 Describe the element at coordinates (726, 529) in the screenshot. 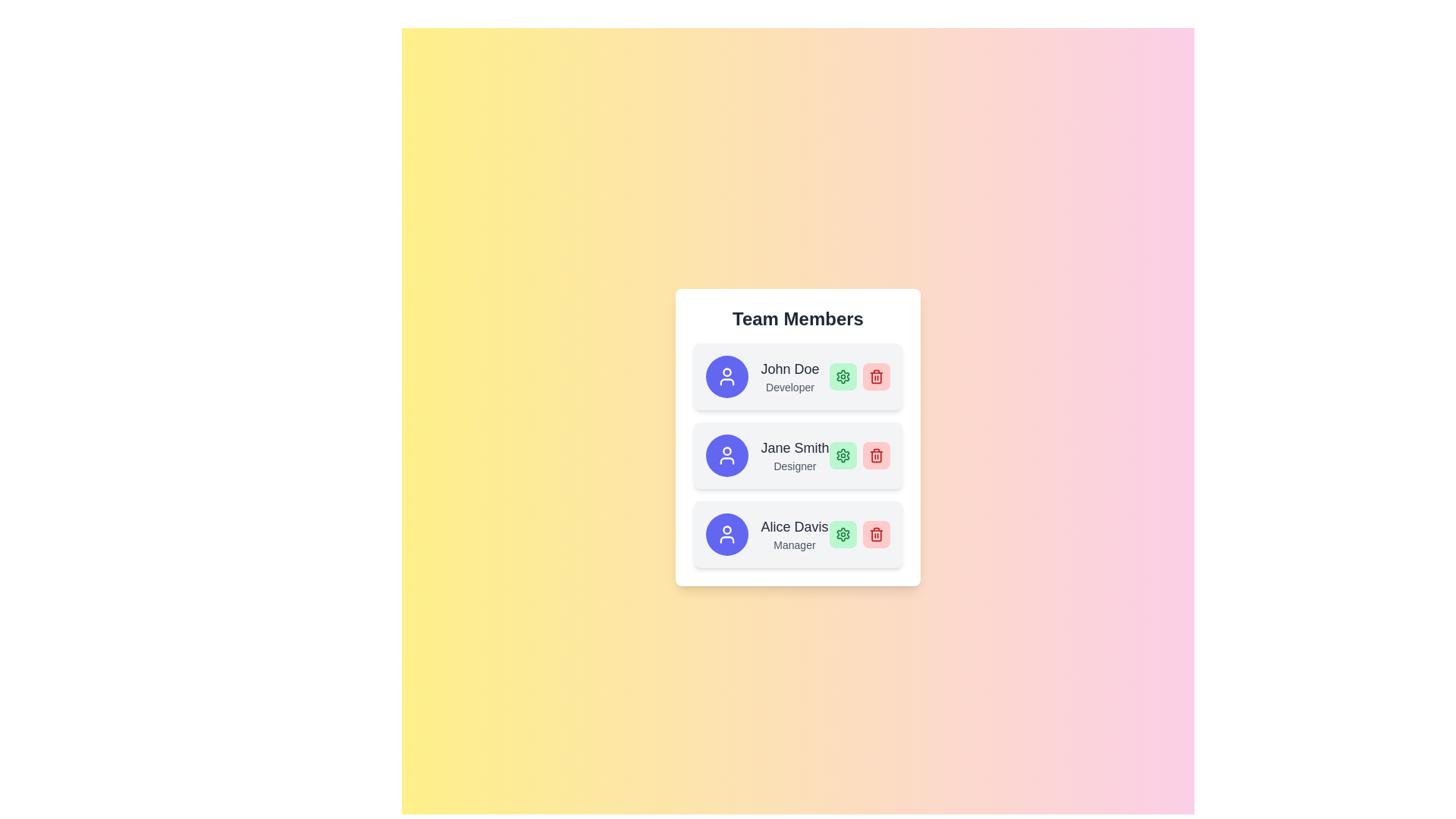

I see `the circular graphic element representing the user's head in the profile icon of 'Alice Davis' in the 'Team Members' panel` at that location.